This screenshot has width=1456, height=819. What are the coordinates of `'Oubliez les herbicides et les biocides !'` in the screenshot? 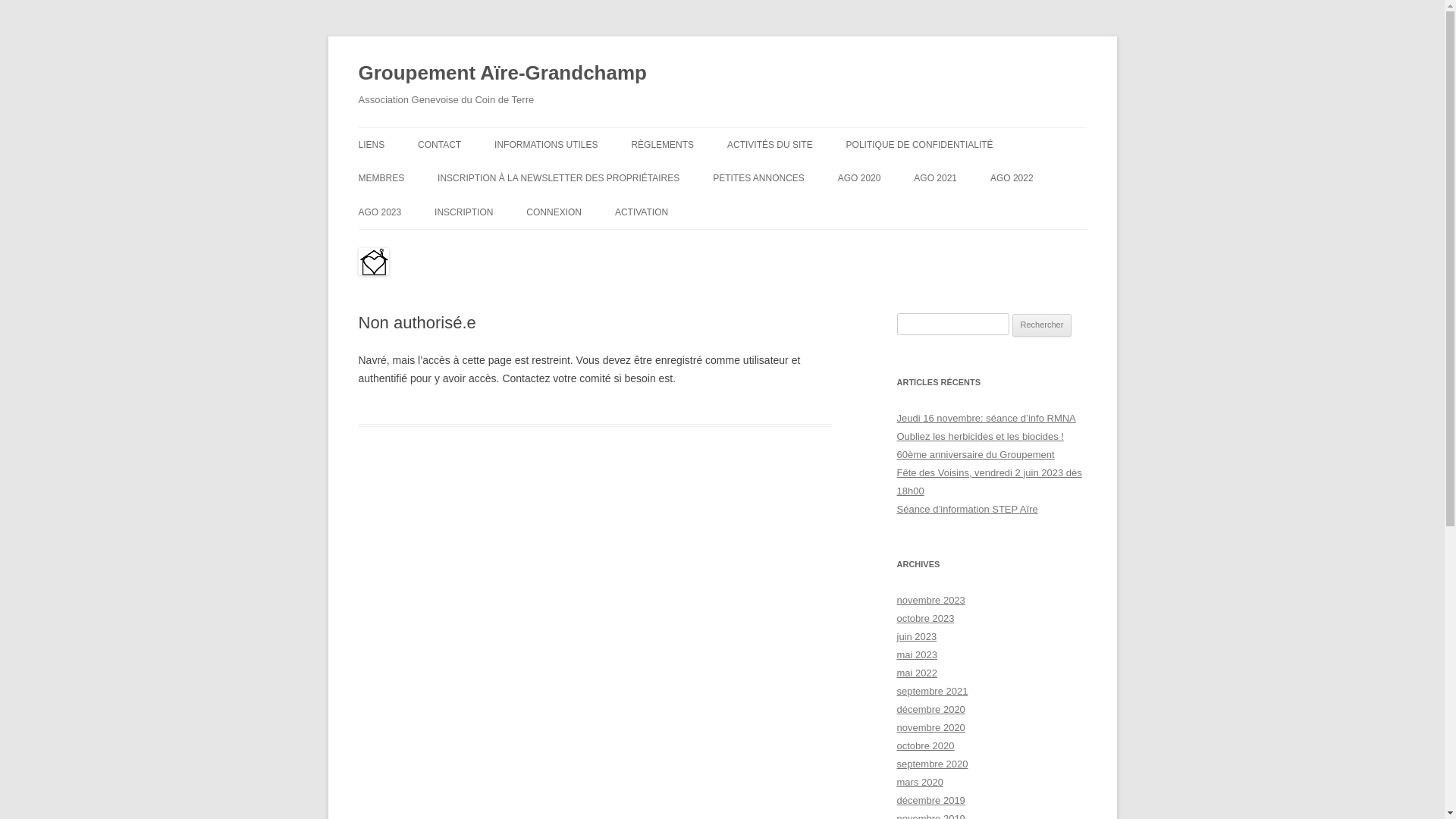 It's located at (979, 436).